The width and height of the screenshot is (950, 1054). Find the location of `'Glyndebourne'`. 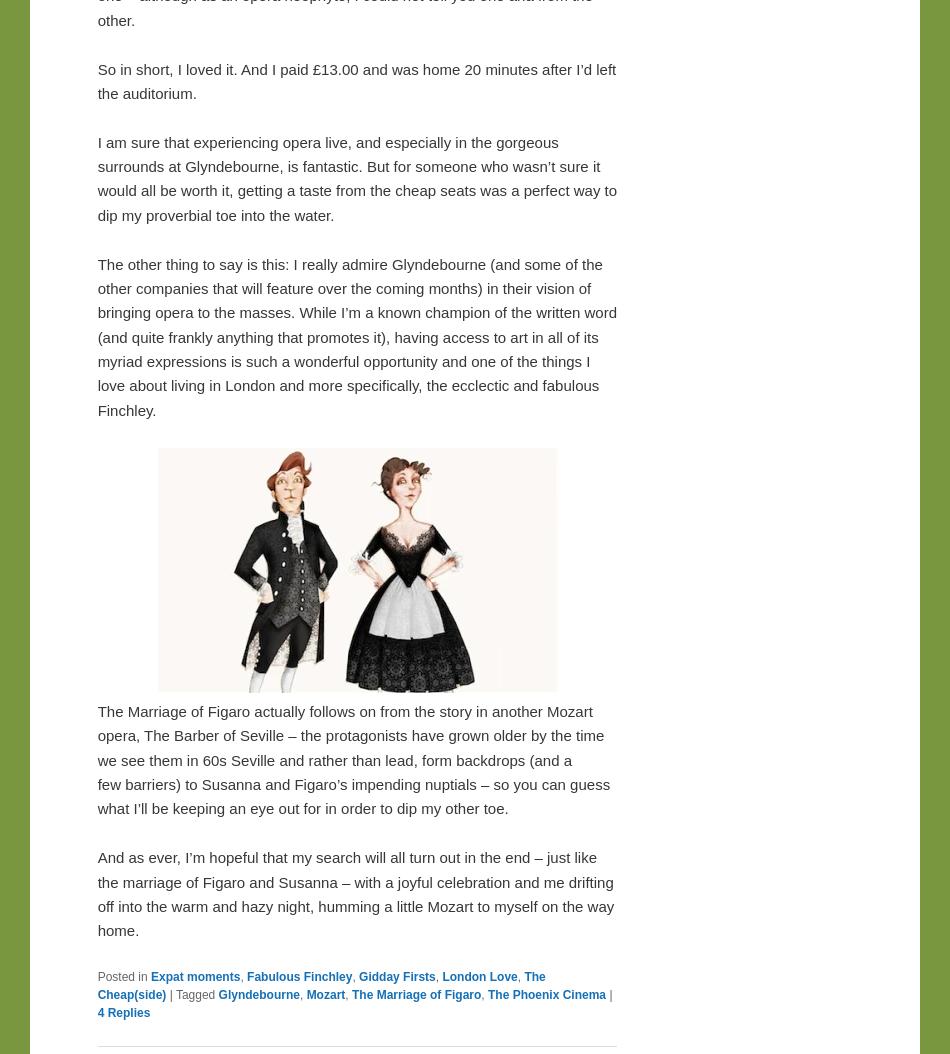

'Glyndebourne' is located at coordinates (218, 994).